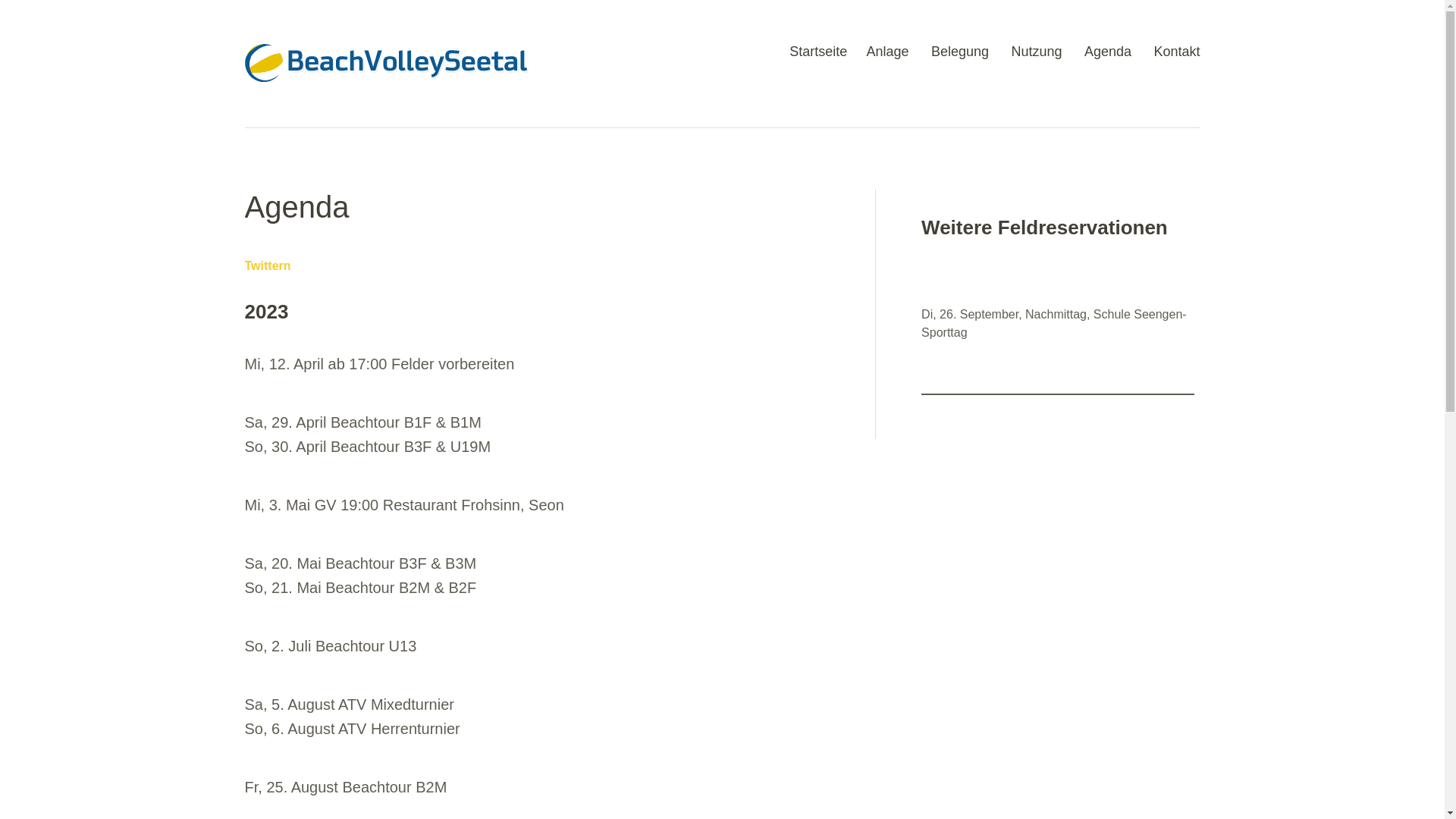 This screenshot has height=819, width=1456. What do you see at coordinates (887, 58) in the screenshot?
I see `'Anlage'` at bounding box center [887, 58].